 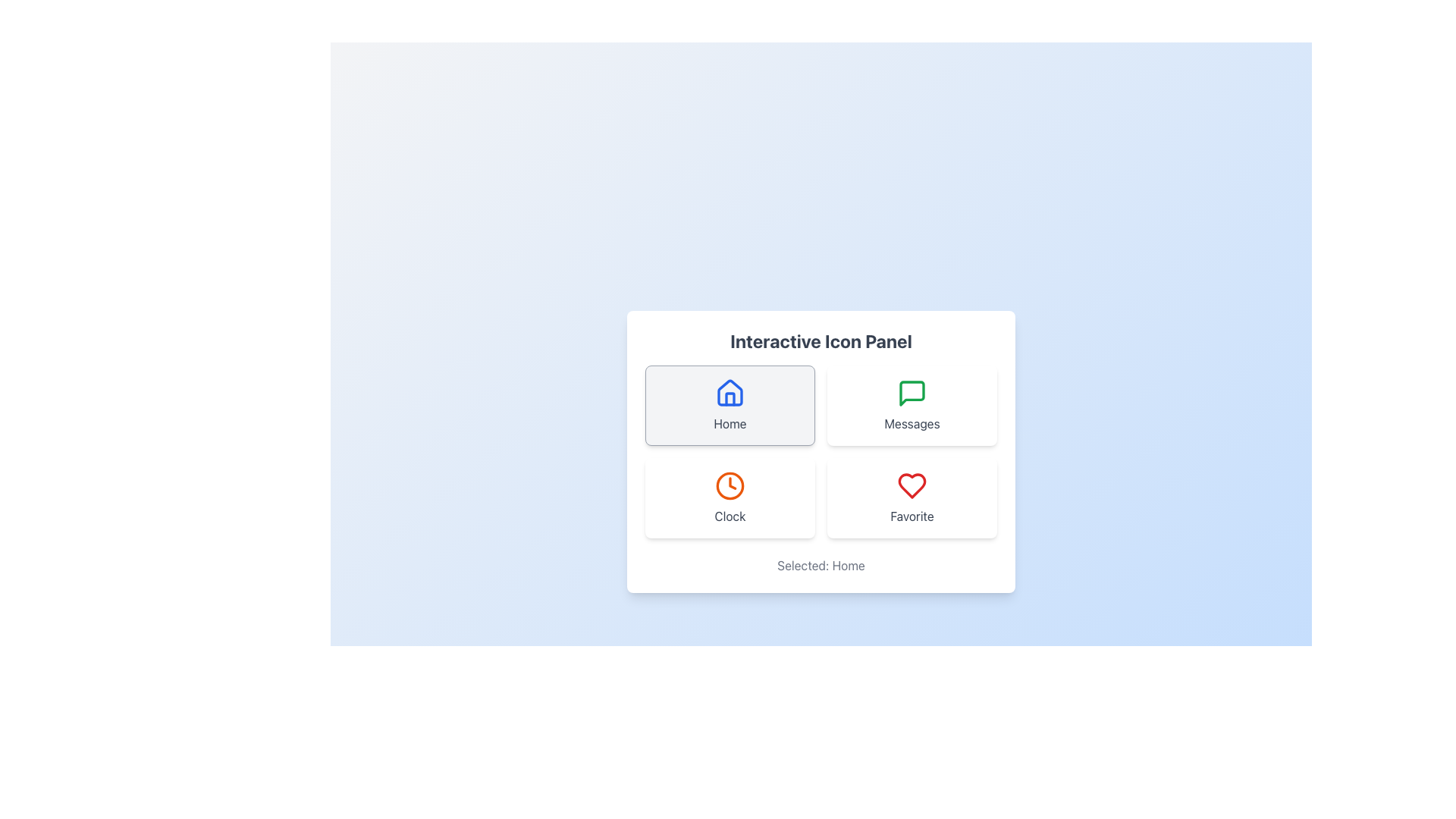 I want to click on the text label displaying 'Favorite', which is located at the bottom of the card in the bottom-right position of the grid, so click(x=912, y=516).